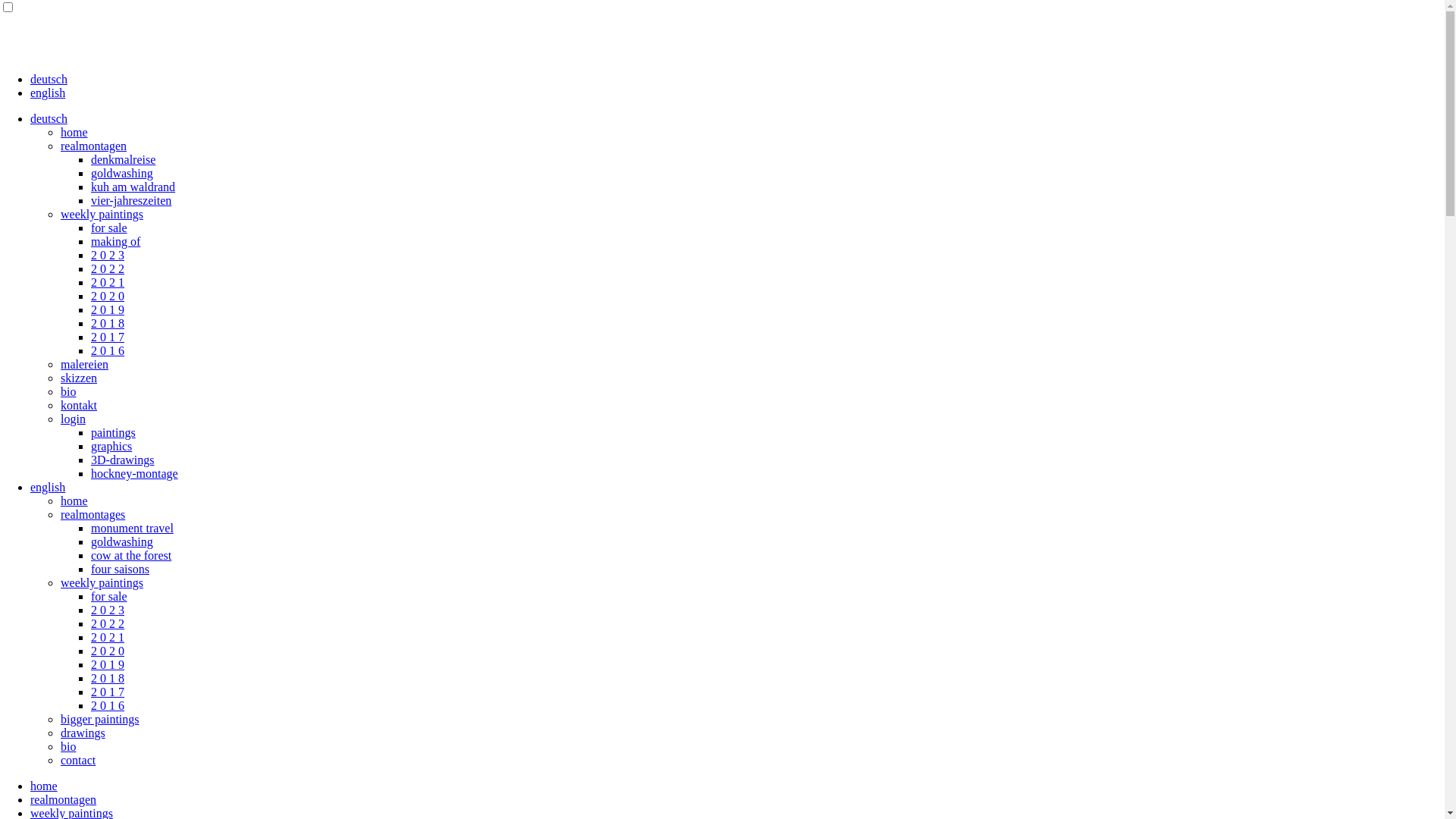  I want to click on 'realmontages', so click(92, 513).